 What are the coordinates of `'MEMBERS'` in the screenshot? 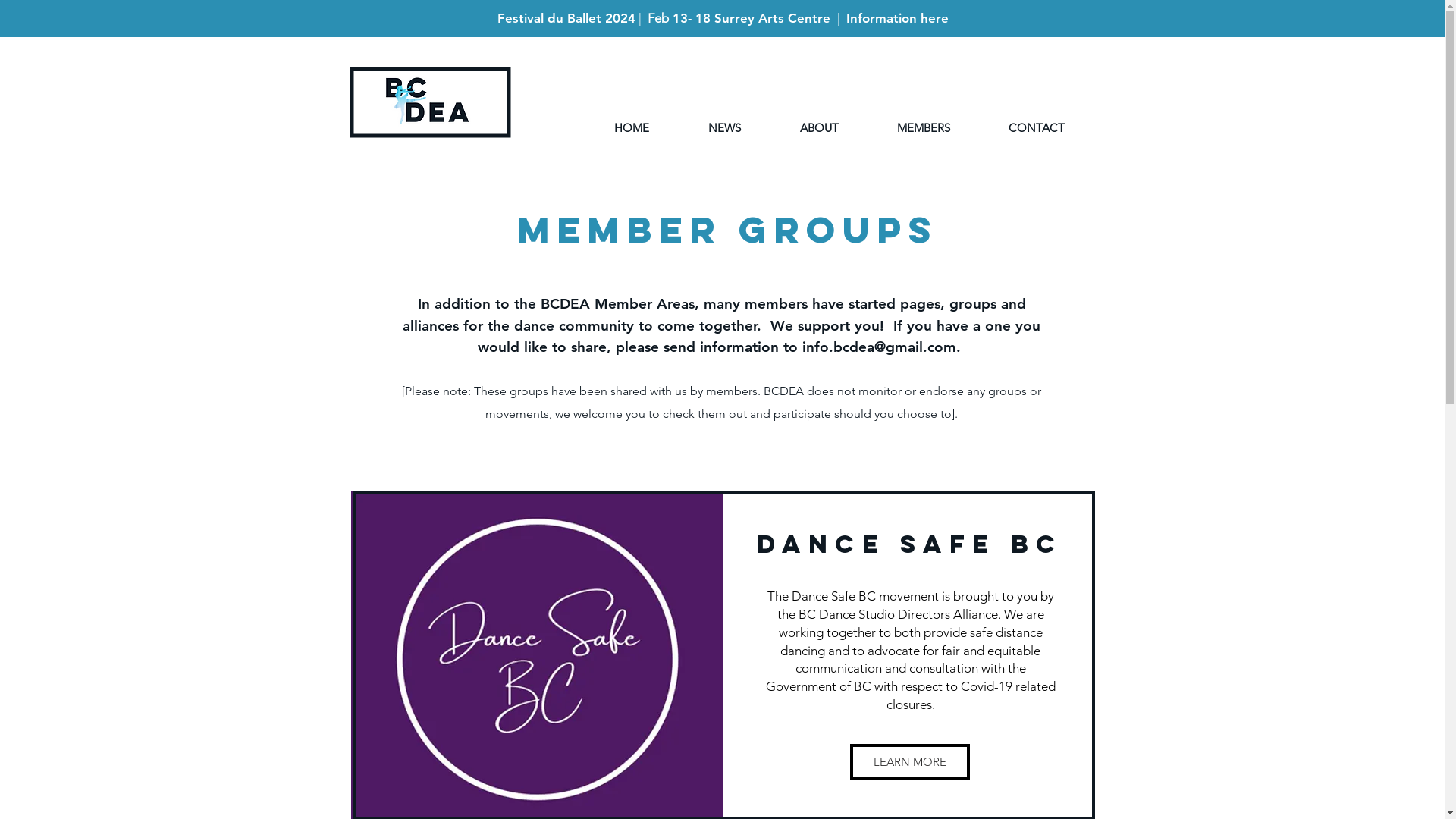 It's located at (922, 127).